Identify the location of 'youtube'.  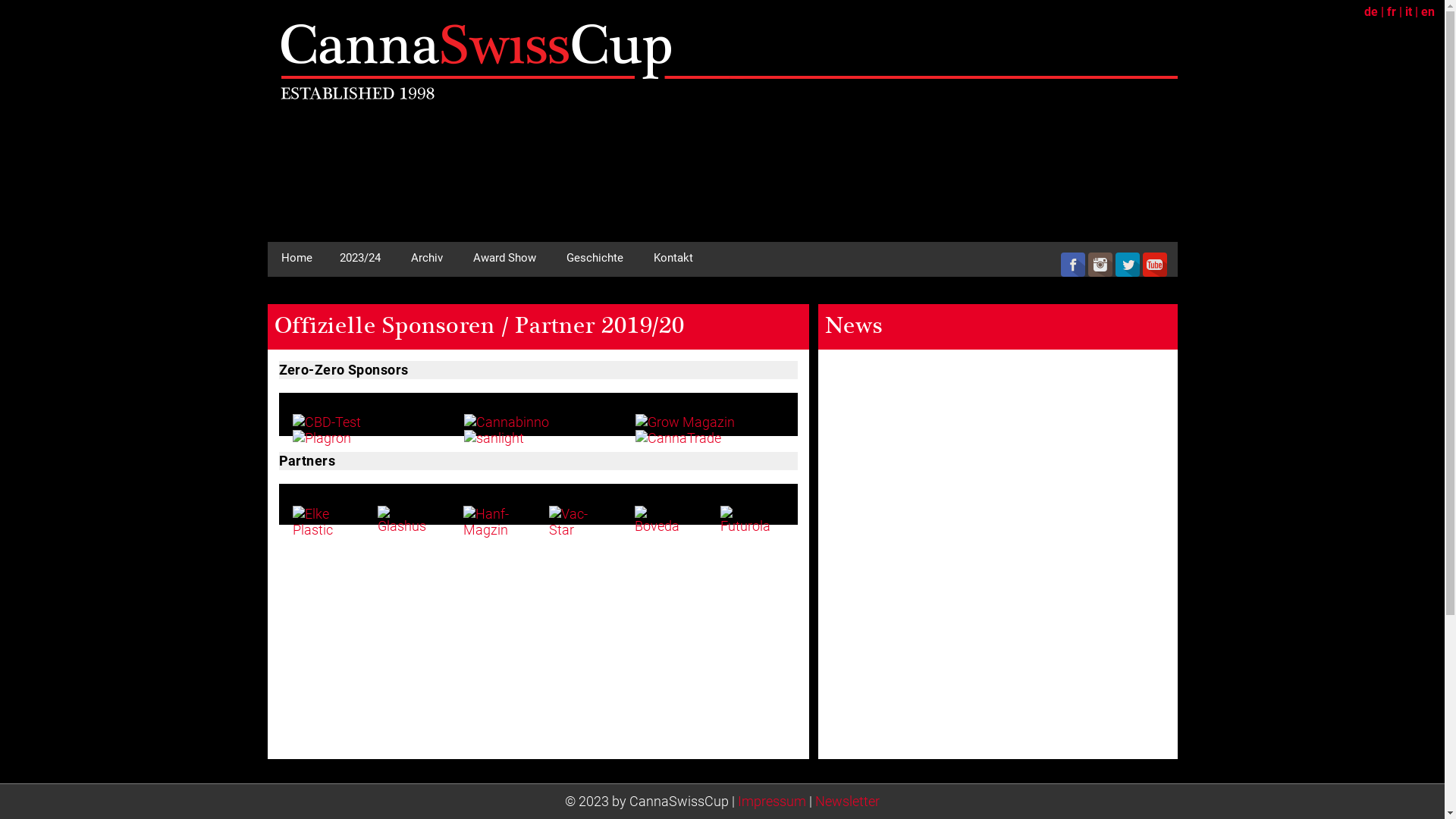
(1142, 263).